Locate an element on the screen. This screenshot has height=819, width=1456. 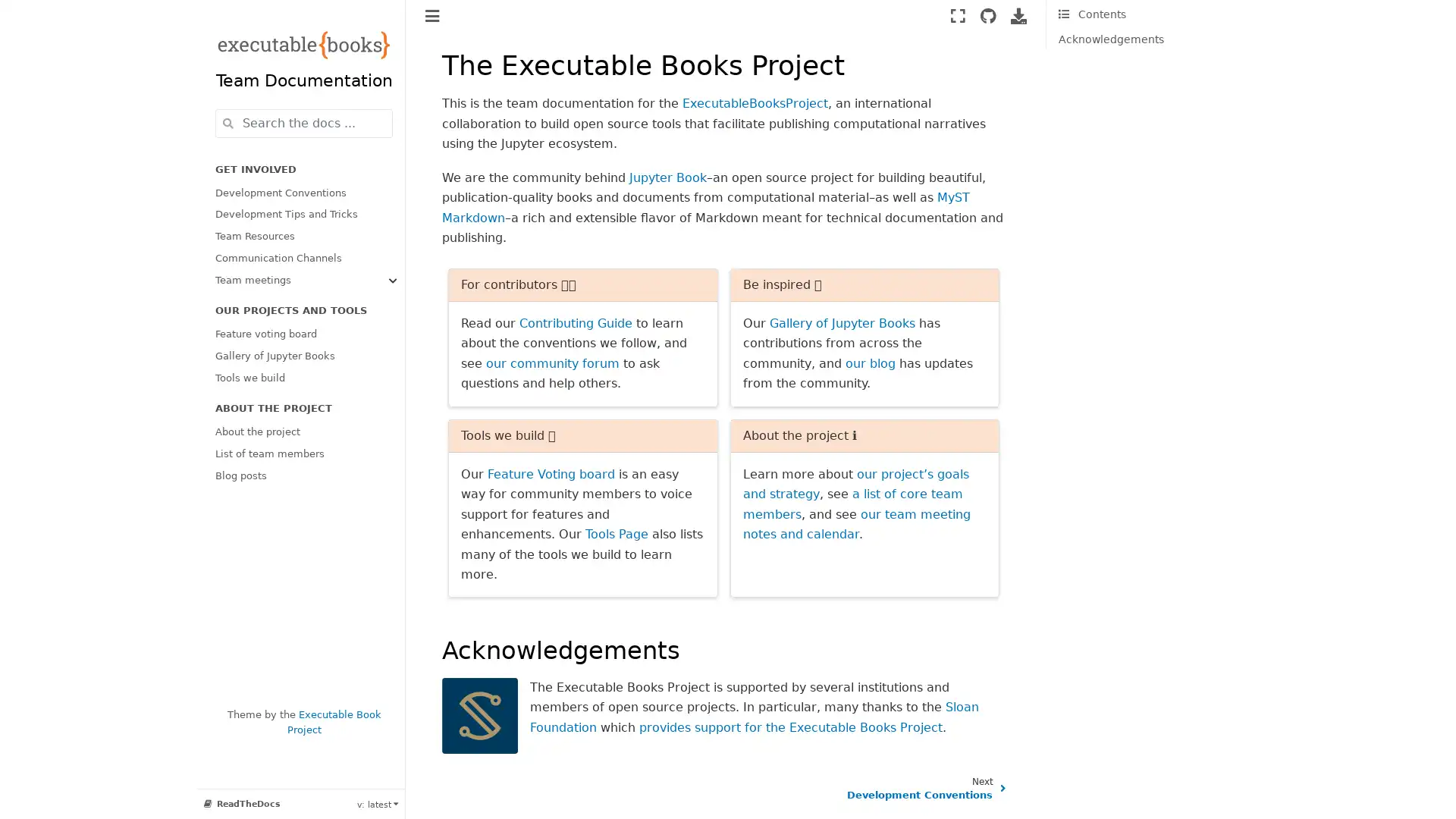
Download this page is located at coordinates (1018, 15).